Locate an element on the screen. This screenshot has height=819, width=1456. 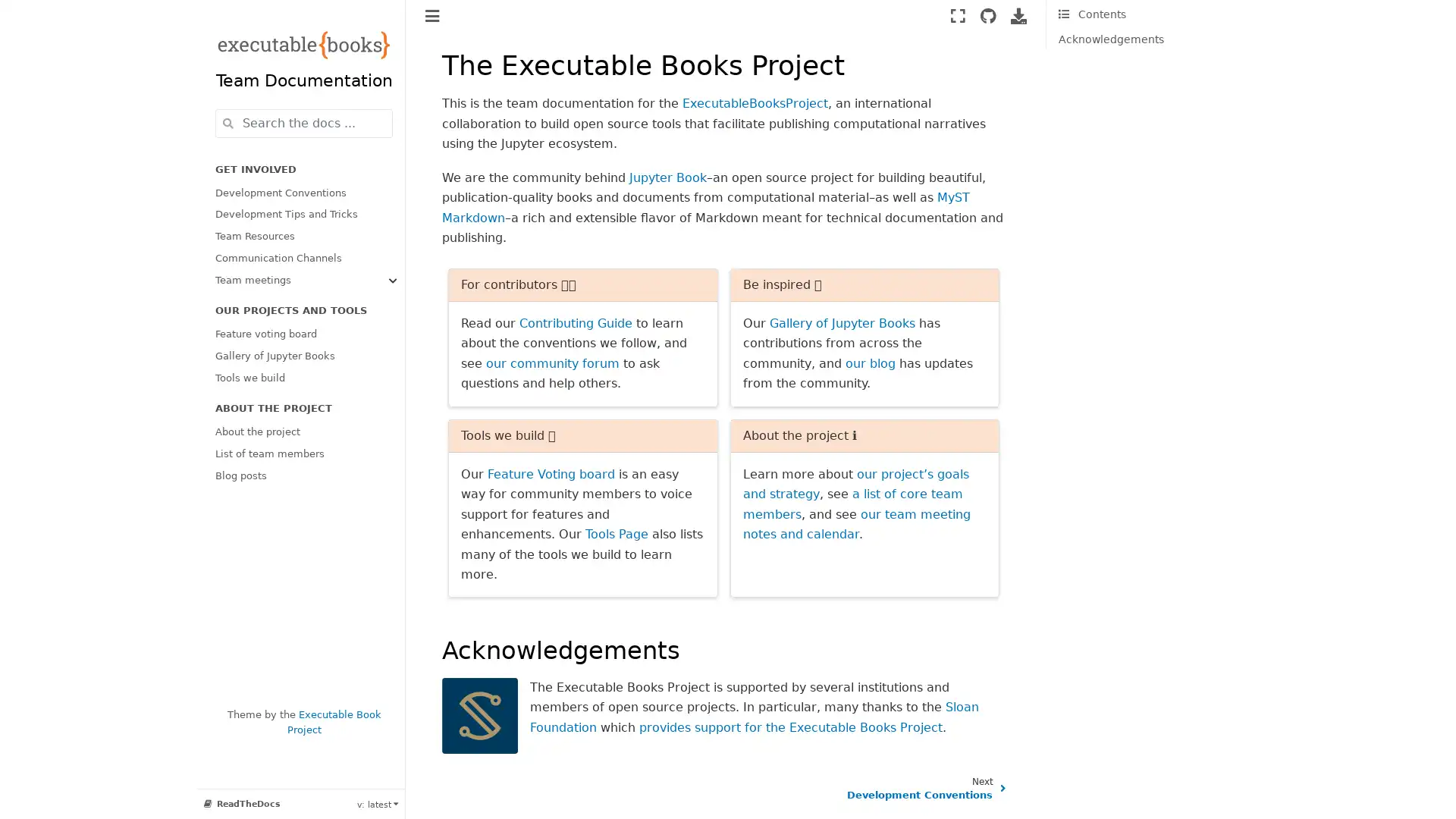
Download this page is located at coordinates (1018, 15).